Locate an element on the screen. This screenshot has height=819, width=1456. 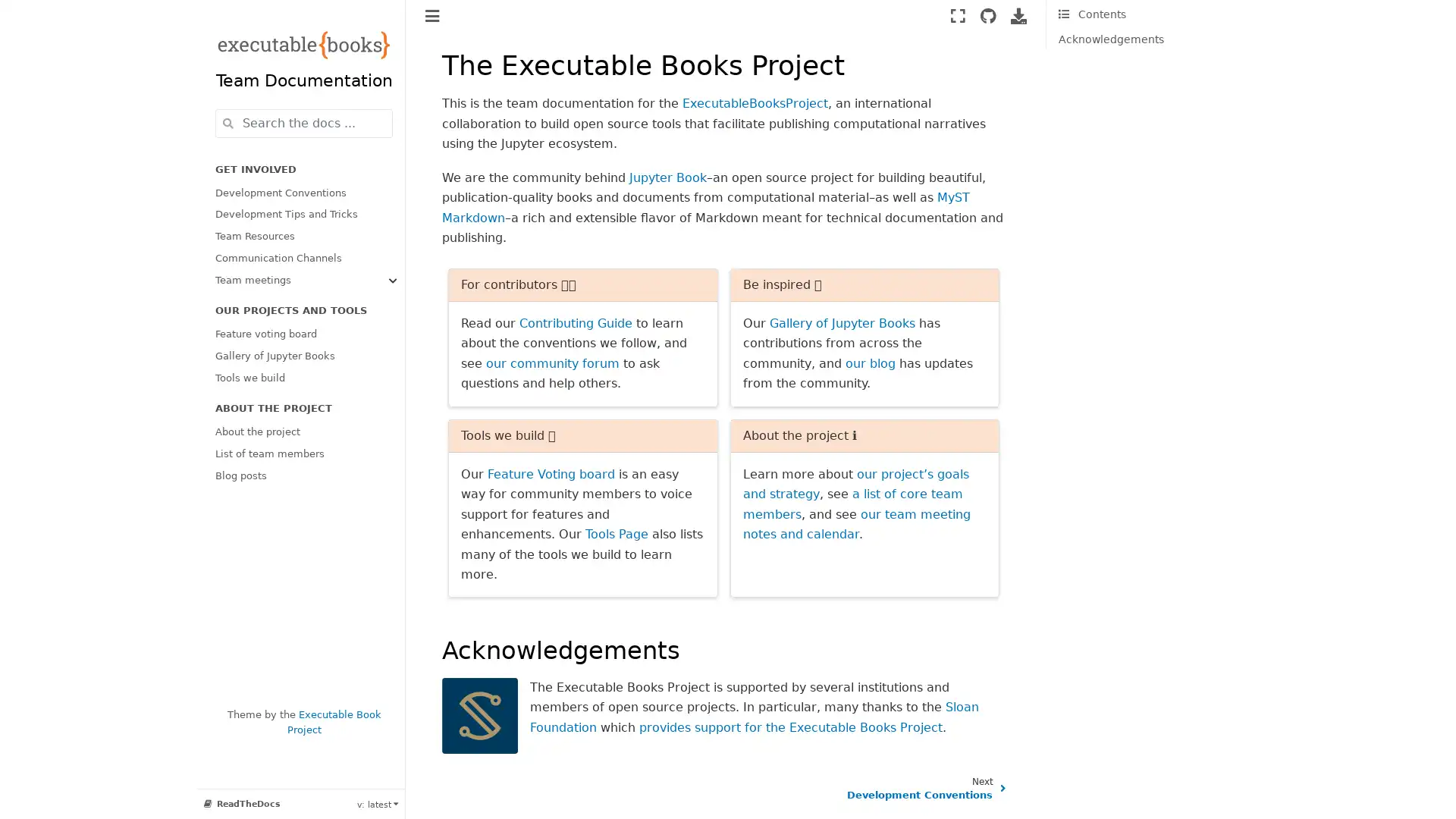
Download this page is located at coordinates (1018, 15).